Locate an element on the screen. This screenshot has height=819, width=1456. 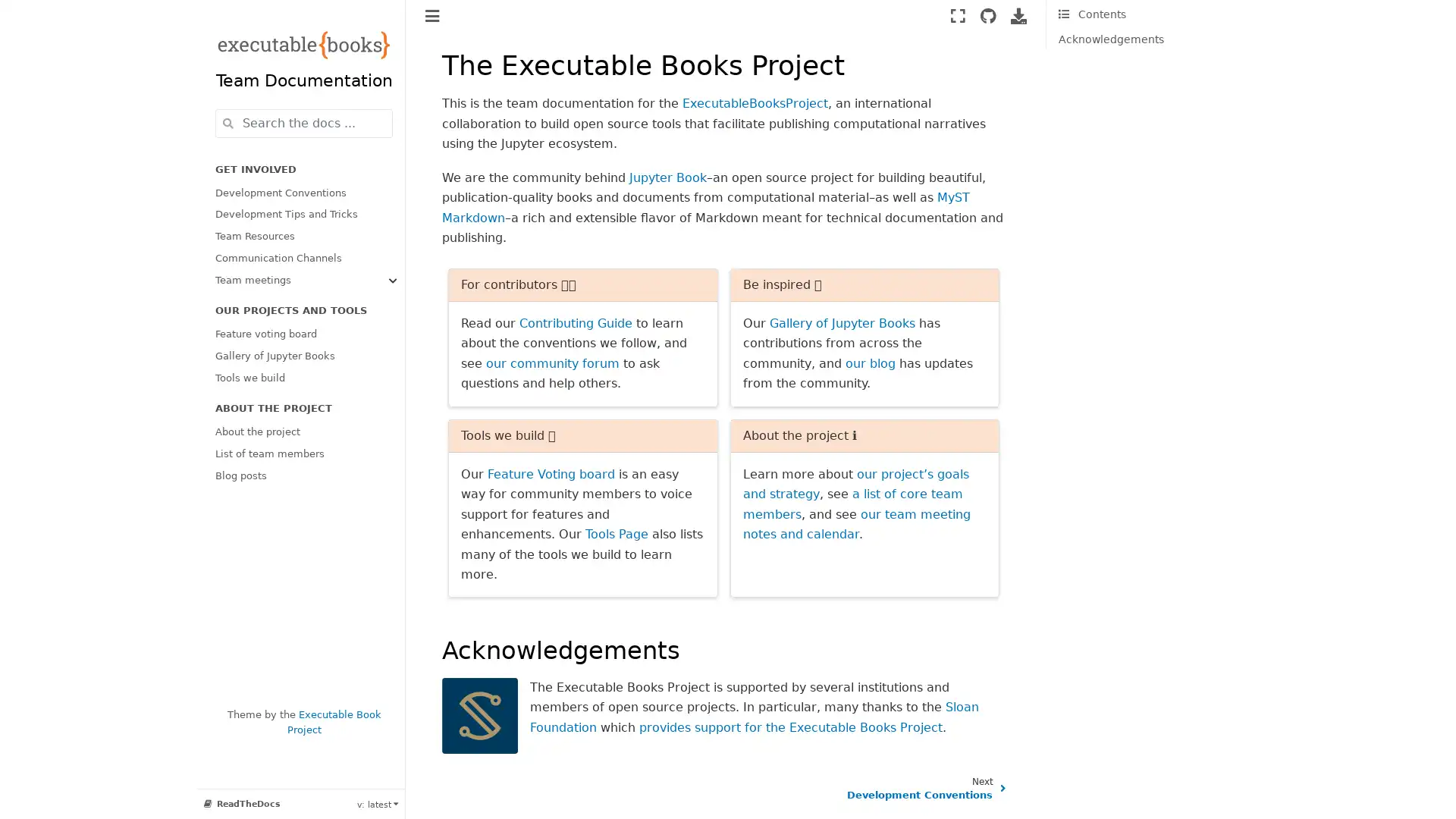
Download this page is located at coordinates (1018, 15).